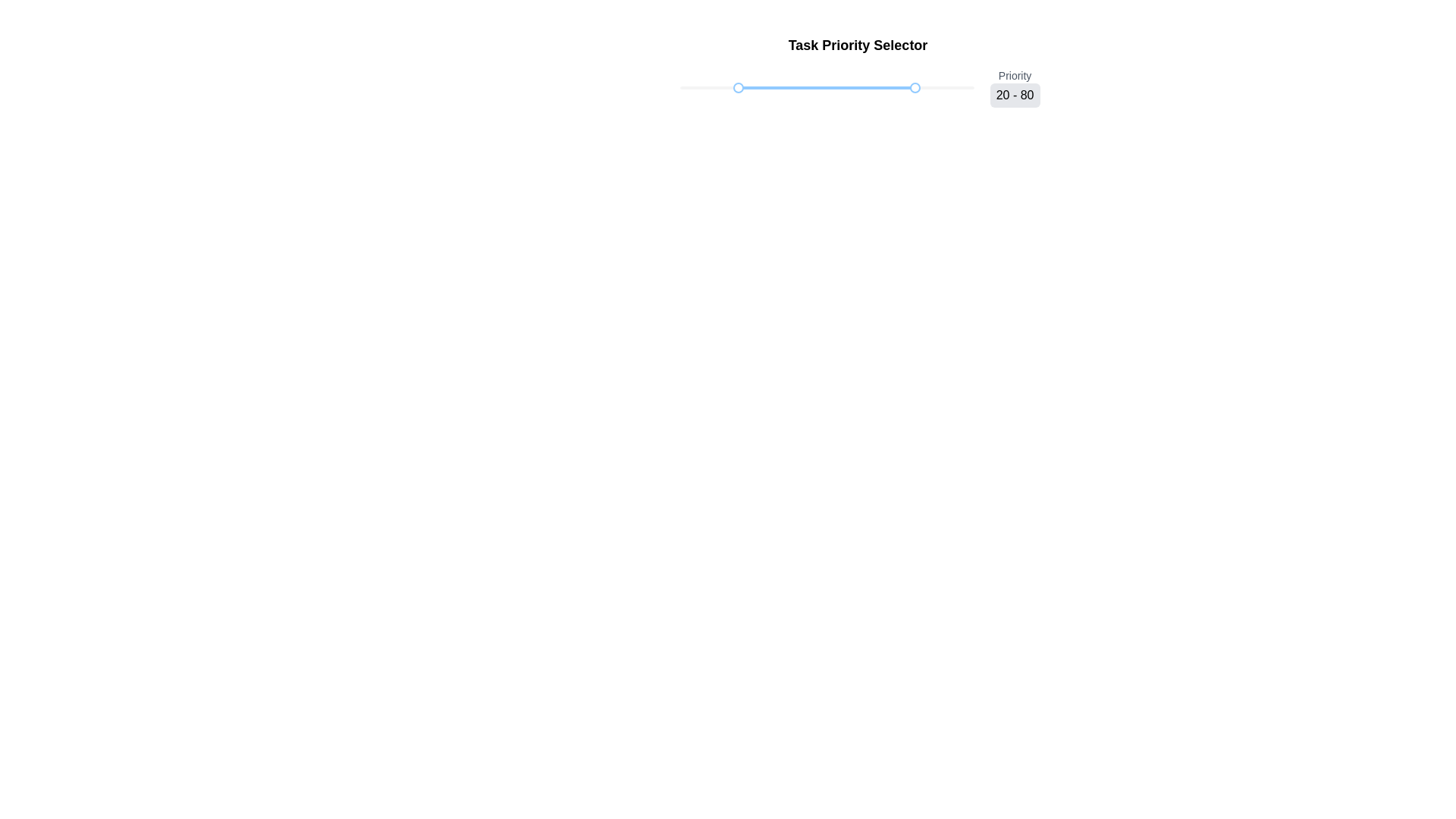 This screenshot has height=819, width=1456. What do you see at coordinates (1015, 96) in the screenshot?
I see `displayed range of the badge-style Display label located in the top-right of the interface, below the 'Priority' label and next to the 'Task Priority Selector'` at bounding box center [1015, 96].